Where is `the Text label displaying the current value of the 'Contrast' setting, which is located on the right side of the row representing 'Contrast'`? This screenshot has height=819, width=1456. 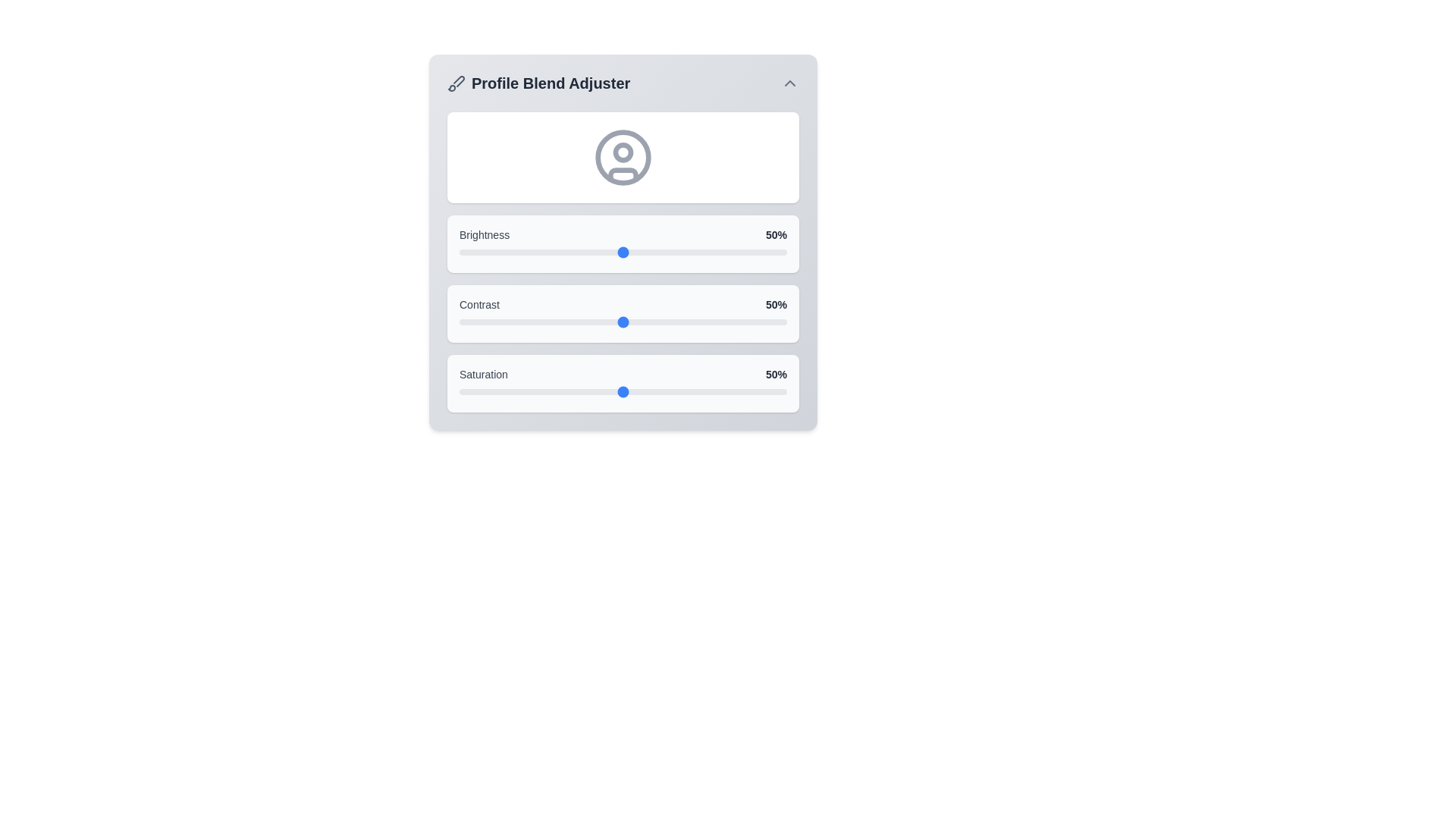 the Text label displaying the current value of the 'Contrast' setting, which is located on the right side of the row representing 'Contrast' is located at coordinates (776, 304).